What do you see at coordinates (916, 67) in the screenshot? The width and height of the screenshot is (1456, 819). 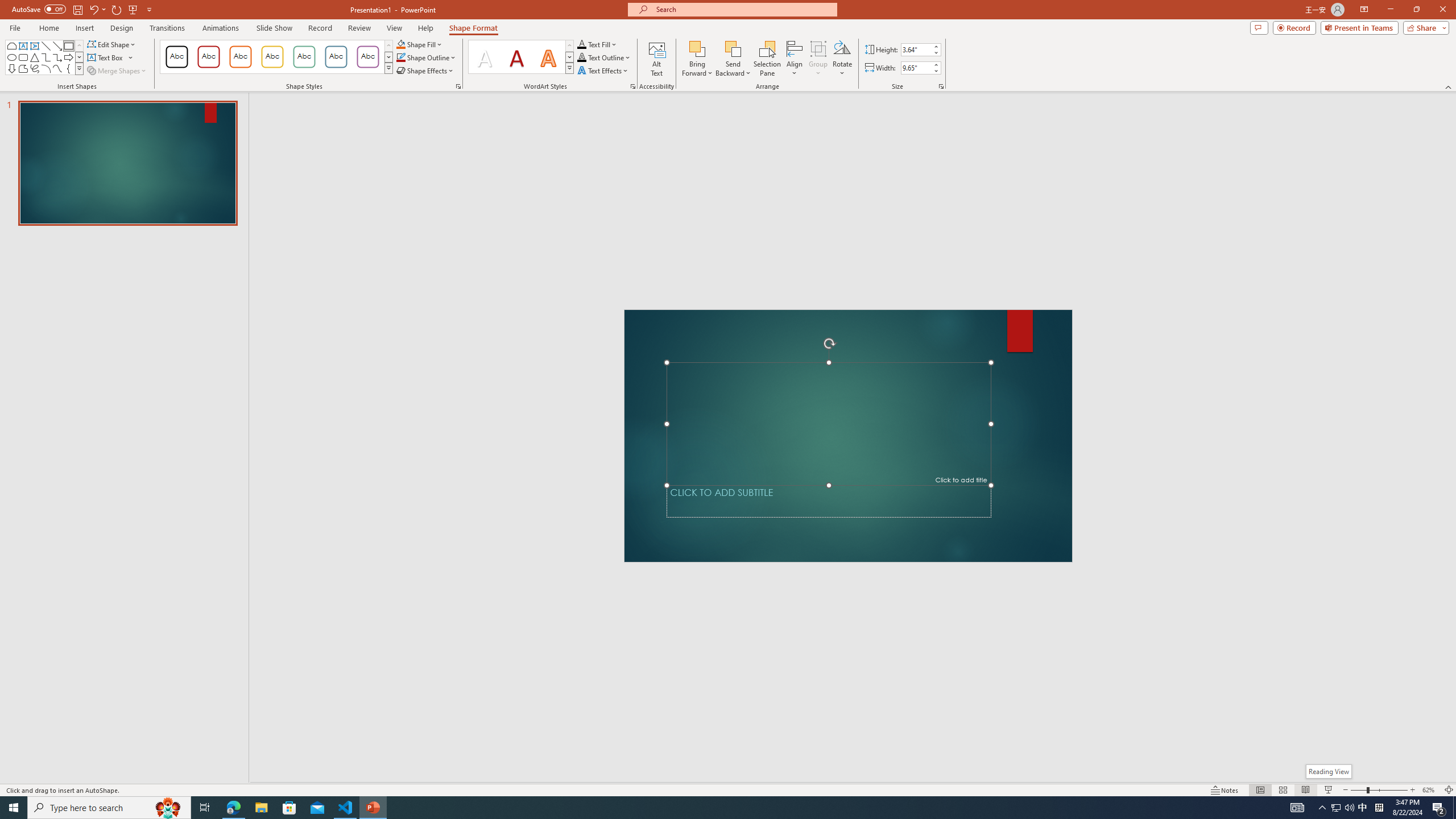 I see `'Shape Width'` at bounding box center [916, 67].